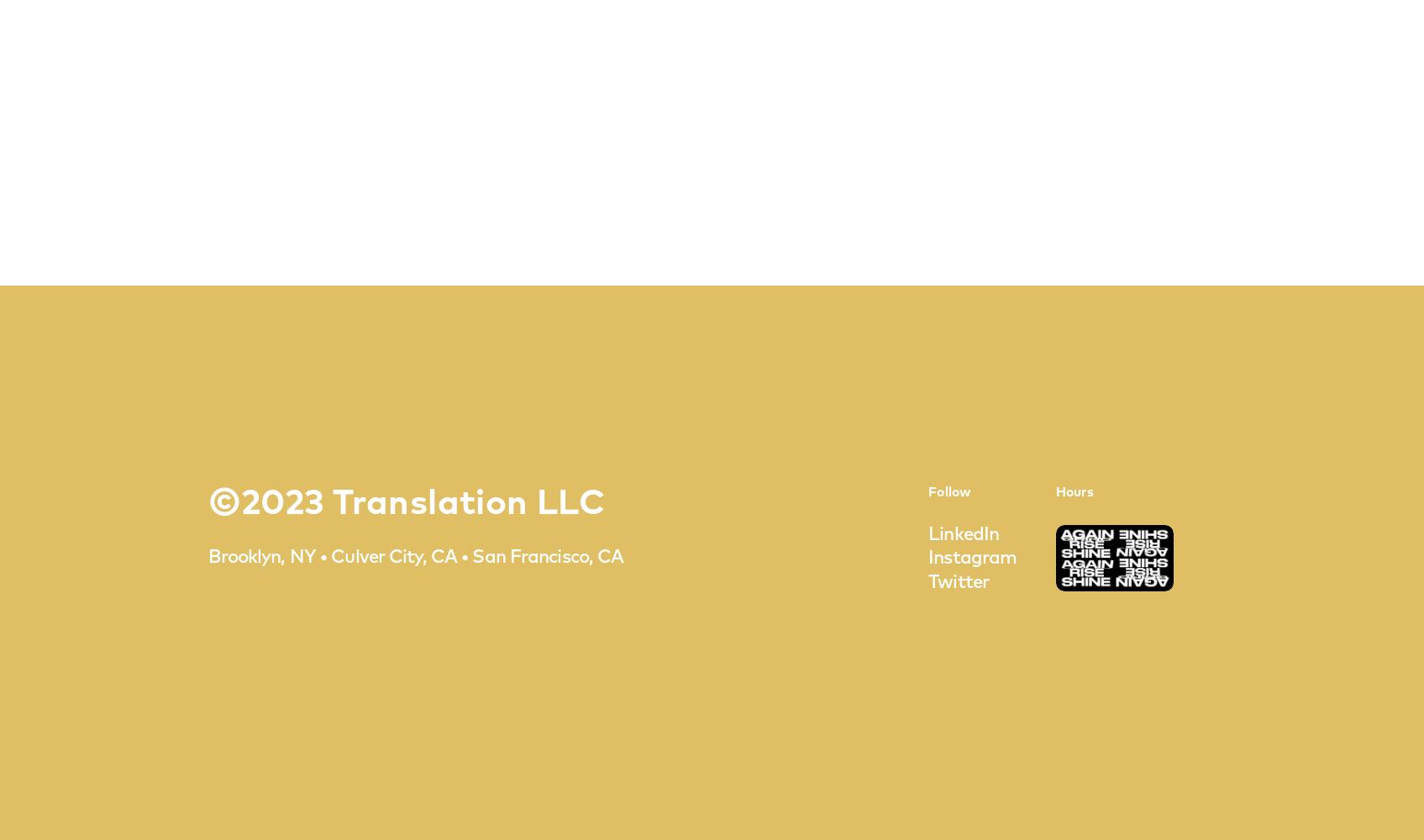  Describe the element at coordinates (711, 189) in the screenshot. I see `'CAREERS'` at that location.